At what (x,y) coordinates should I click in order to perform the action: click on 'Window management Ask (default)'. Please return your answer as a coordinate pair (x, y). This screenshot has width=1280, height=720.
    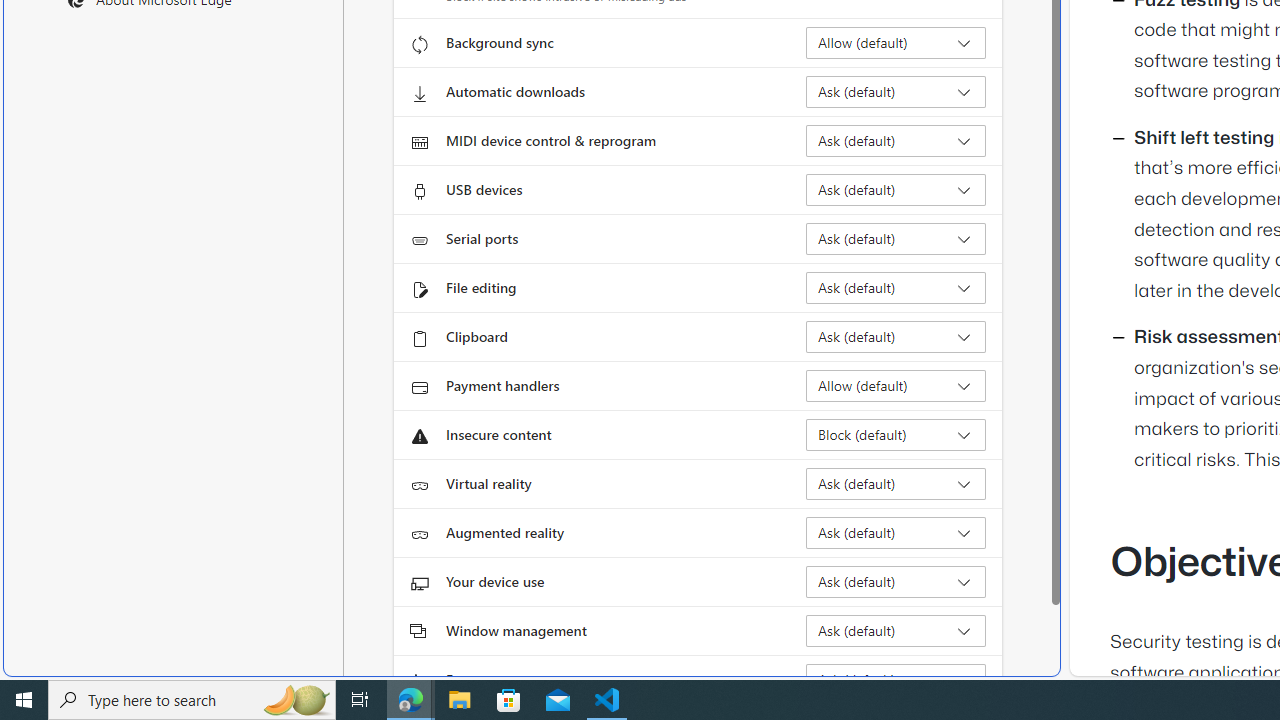
    Looking at the image, I should click on (895, 631).